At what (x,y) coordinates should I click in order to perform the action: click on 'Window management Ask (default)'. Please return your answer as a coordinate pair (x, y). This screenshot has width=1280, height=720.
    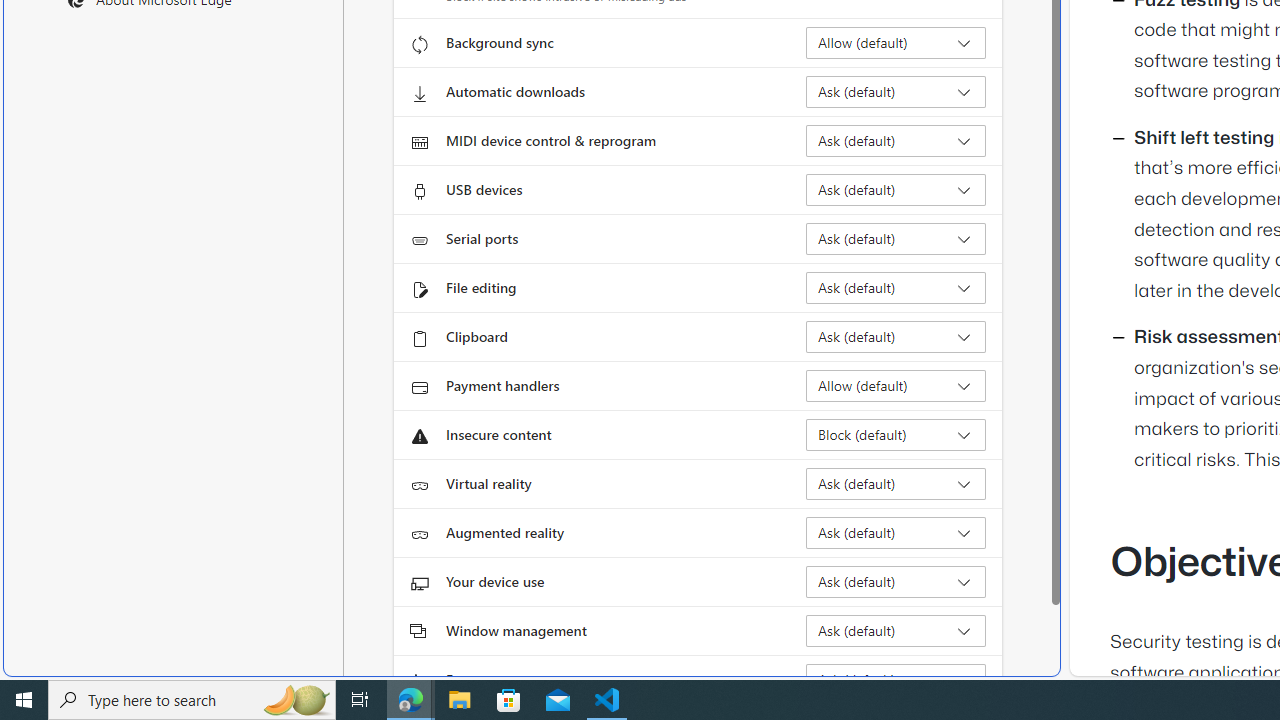
    Looking at the image, I should click on (895, 631).